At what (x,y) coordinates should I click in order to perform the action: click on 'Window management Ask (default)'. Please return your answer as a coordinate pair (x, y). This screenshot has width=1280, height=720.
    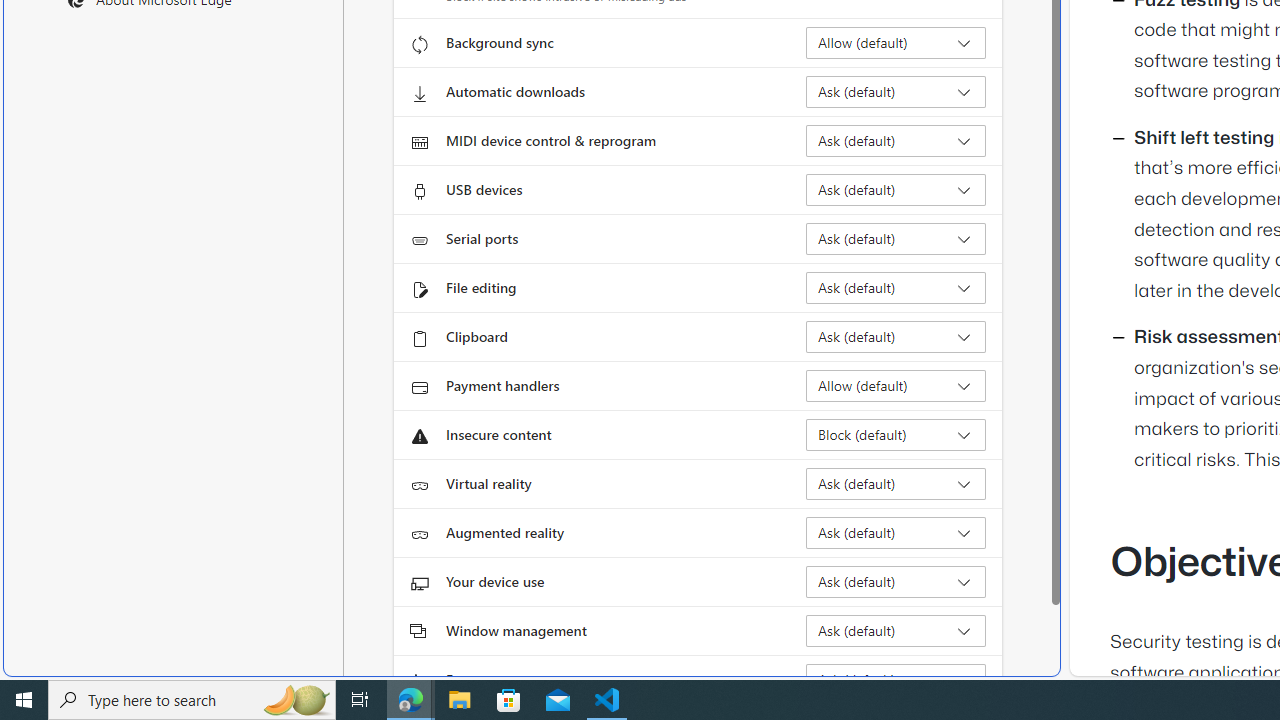
    Looking at the image, I should click on (895, 631).